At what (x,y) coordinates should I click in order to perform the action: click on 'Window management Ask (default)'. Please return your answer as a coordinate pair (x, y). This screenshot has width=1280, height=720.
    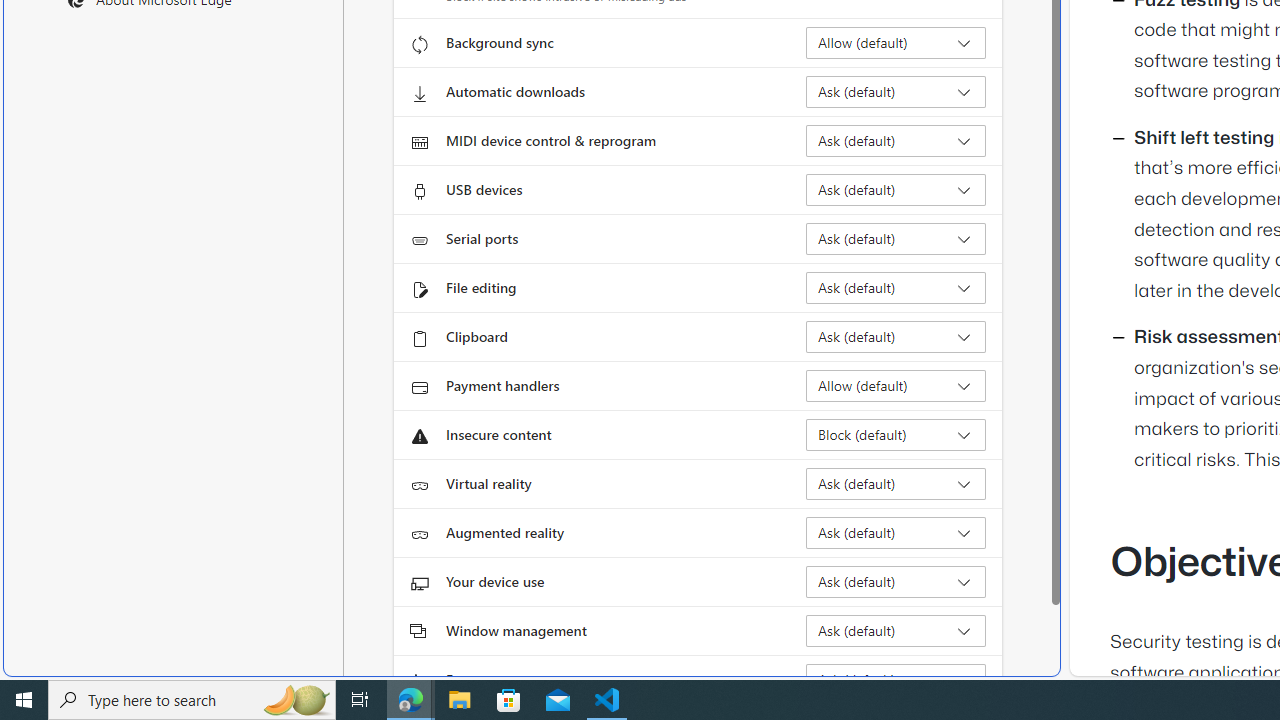
    Looking at the image, I should click on (895, 631).